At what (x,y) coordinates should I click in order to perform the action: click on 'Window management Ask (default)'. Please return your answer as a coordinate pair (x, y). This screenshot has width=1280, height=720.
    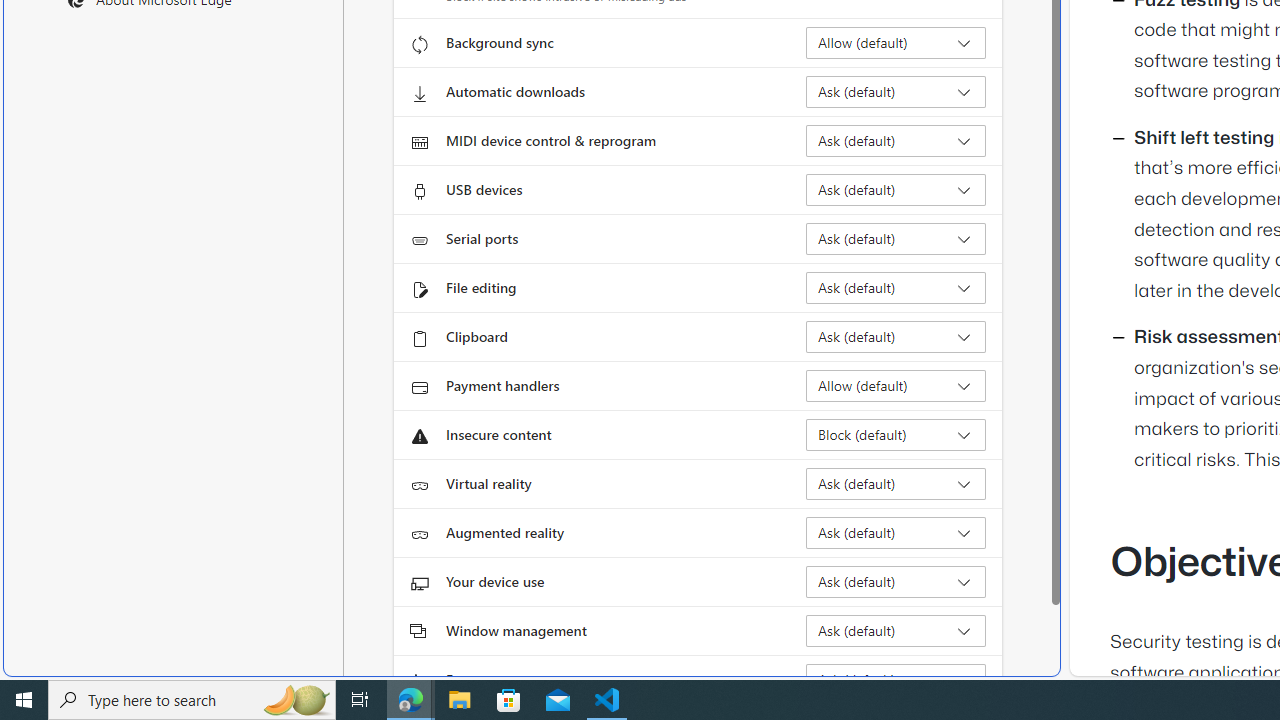
    Looking at the image, I should click on (895, 631).